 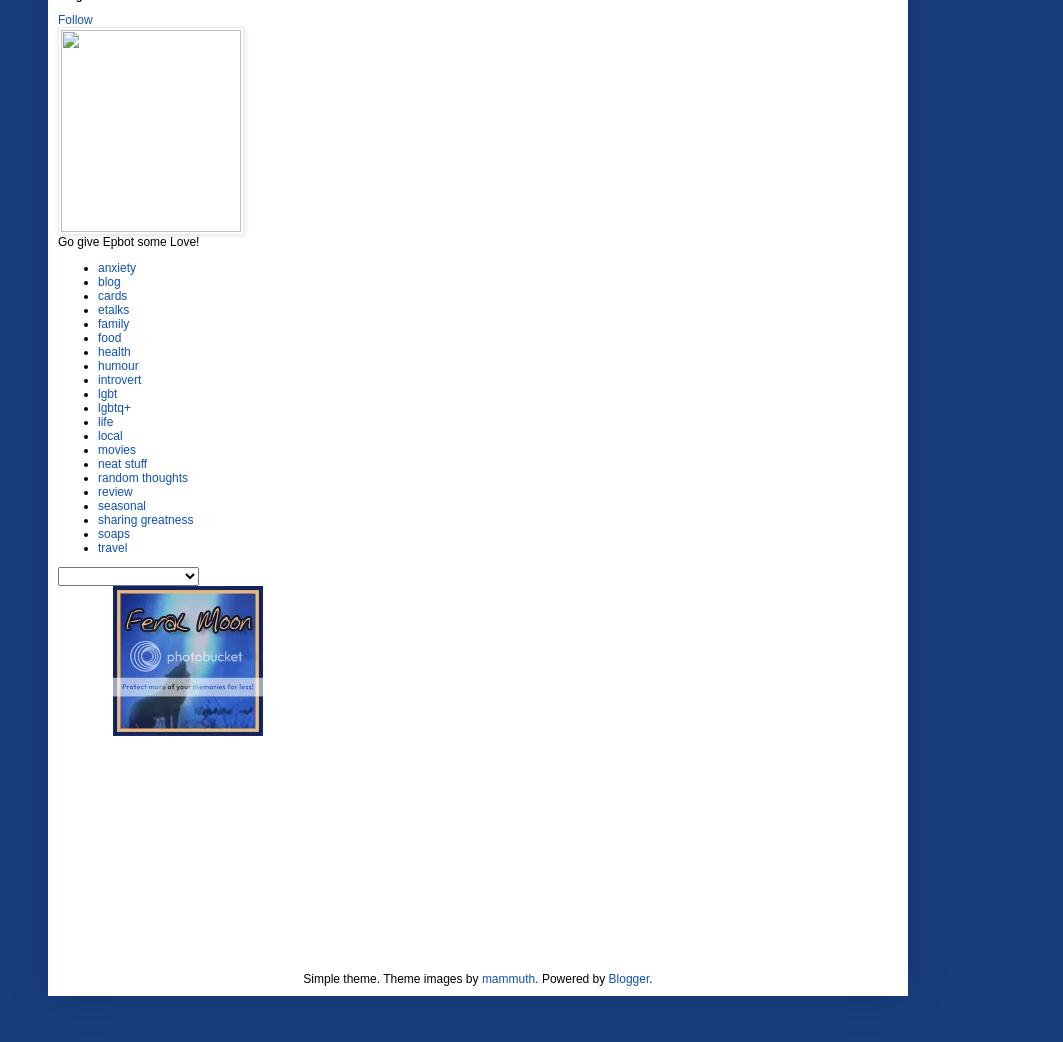 What do you see at coordinates (107, 392) in the screenshot?
I see `'lgbt'` at bounding box center [107, 392].